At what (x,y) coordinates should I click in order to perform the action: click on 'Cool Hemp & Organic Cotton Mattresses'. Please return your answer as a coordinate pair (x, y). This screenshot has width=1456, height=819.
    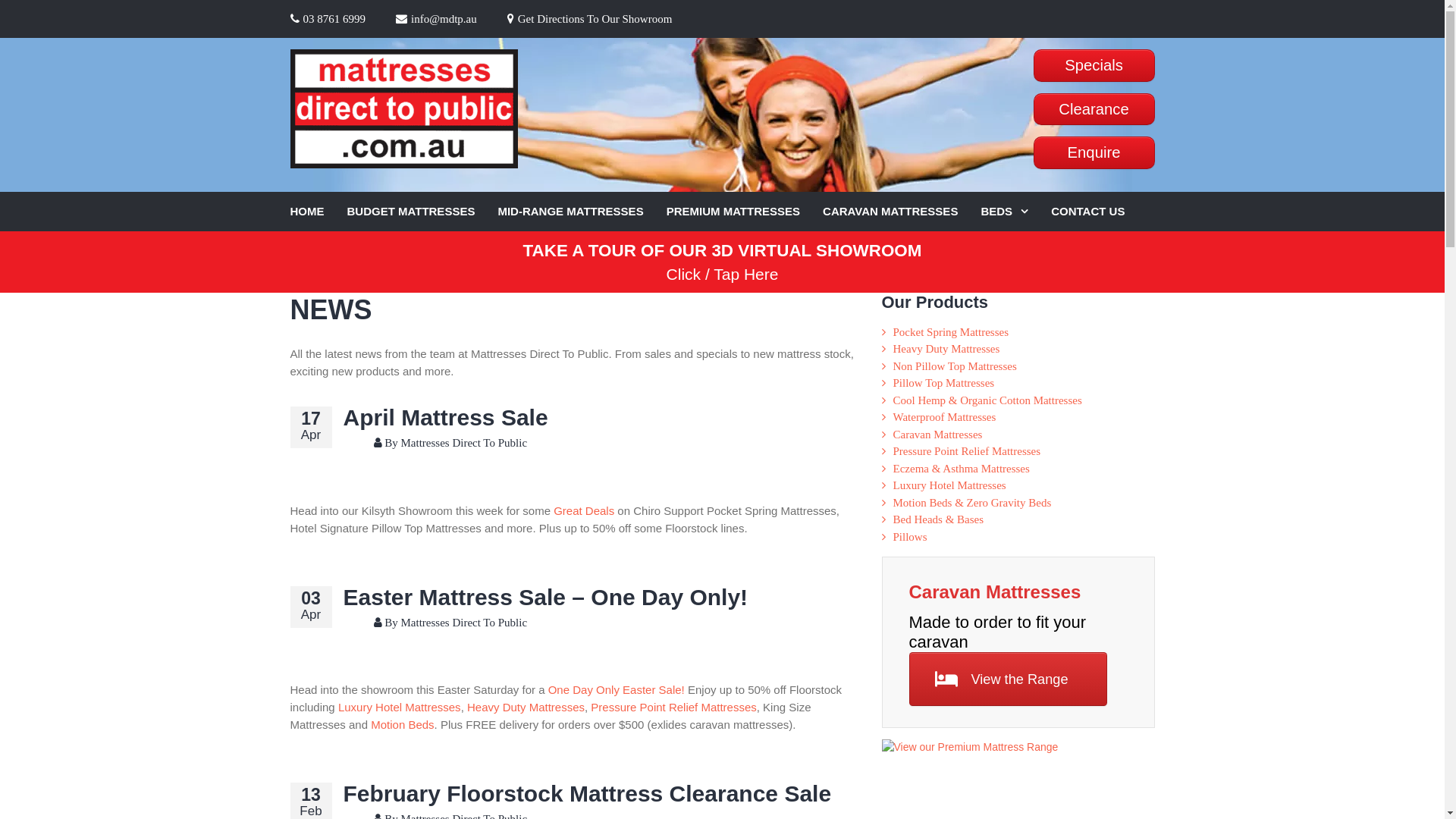
    Looking at the image, I should click on (987, 400).